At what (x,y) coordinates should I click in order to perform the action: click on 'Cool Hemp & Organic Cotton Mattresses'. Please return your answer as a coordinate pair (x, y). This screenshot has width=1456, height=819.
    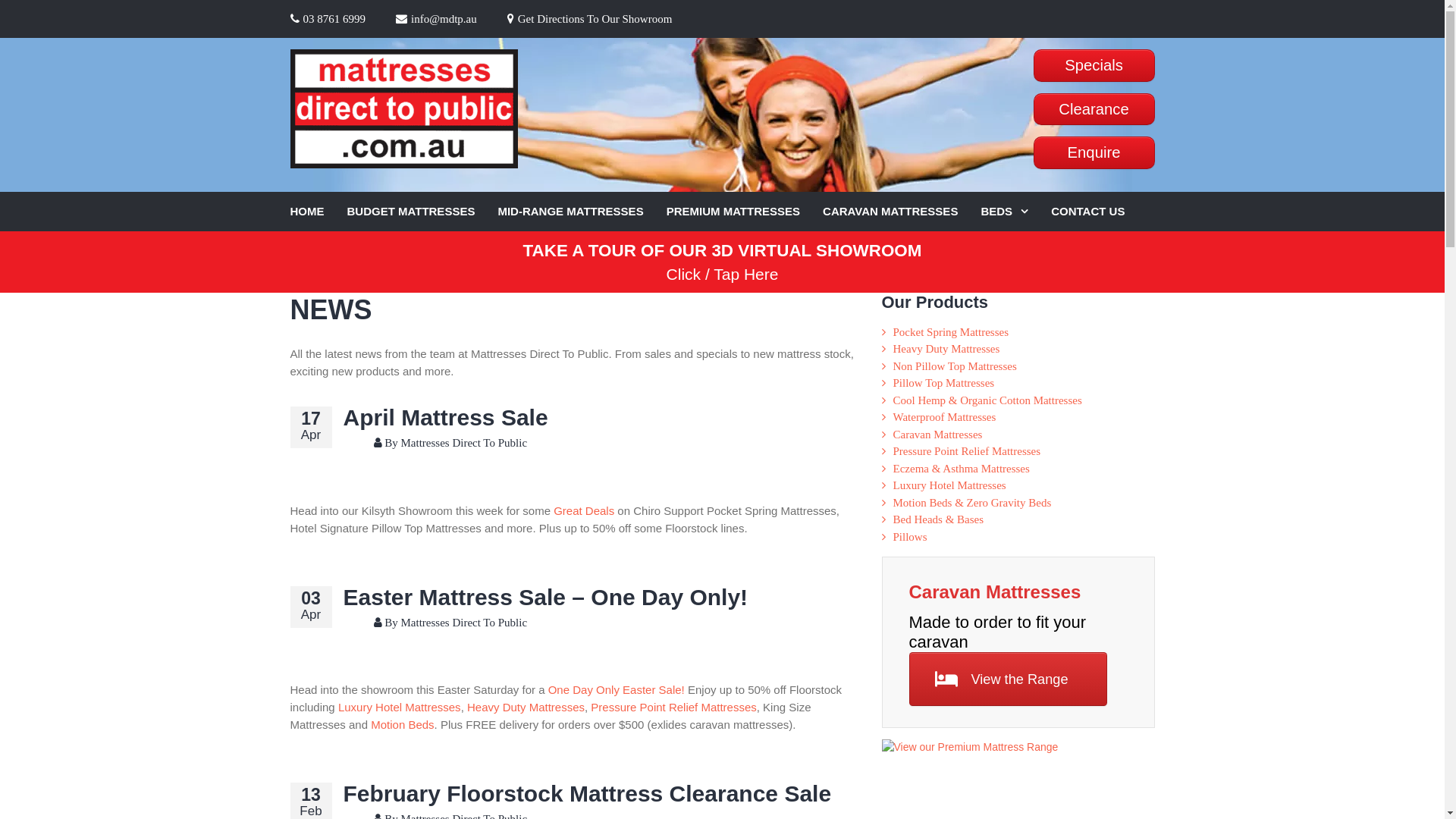
    Looking at the image, I should click on (987, 400).